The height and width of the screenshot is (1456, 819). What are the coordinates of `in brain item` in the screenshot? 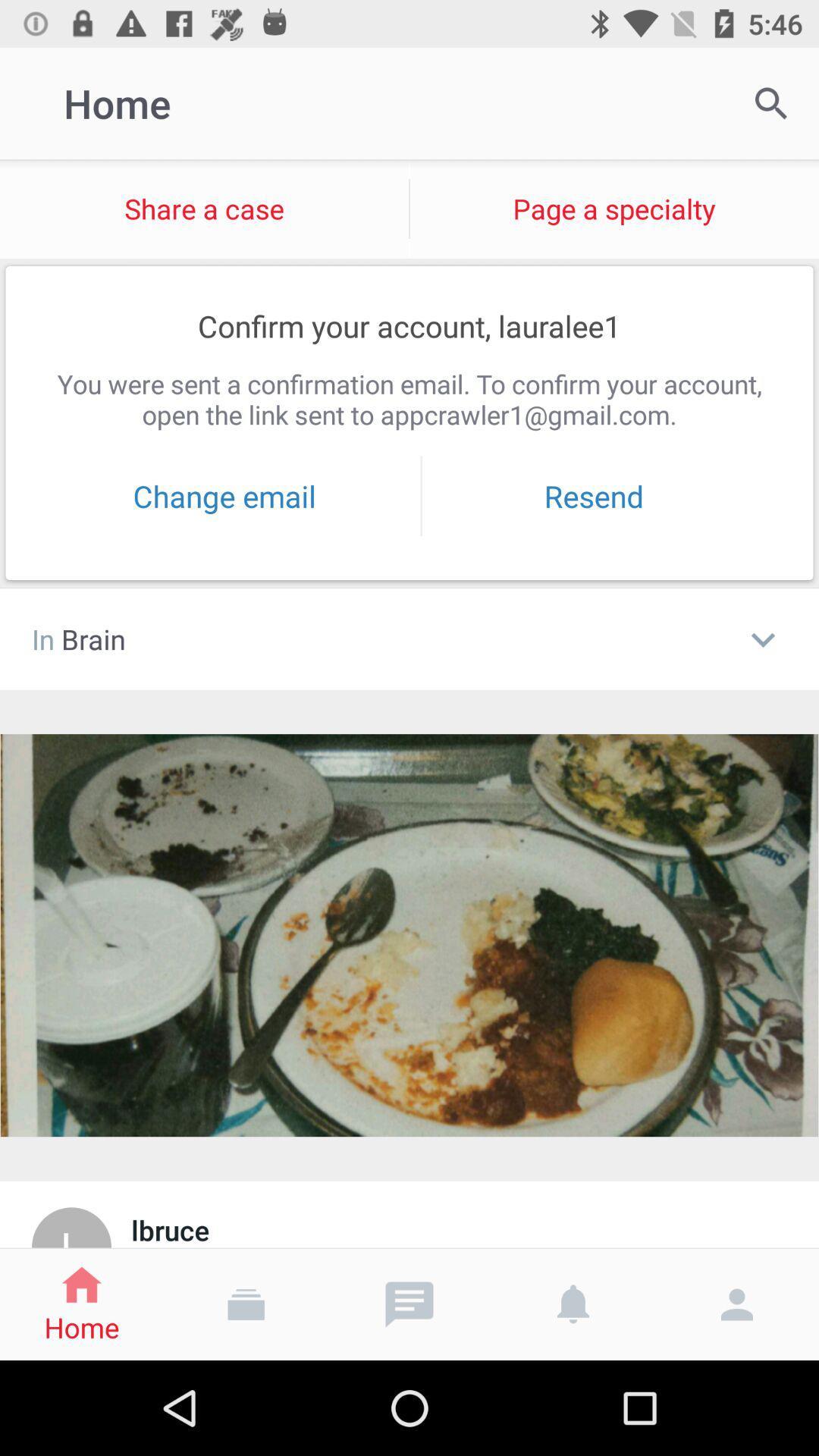 It's located at (378, 639).